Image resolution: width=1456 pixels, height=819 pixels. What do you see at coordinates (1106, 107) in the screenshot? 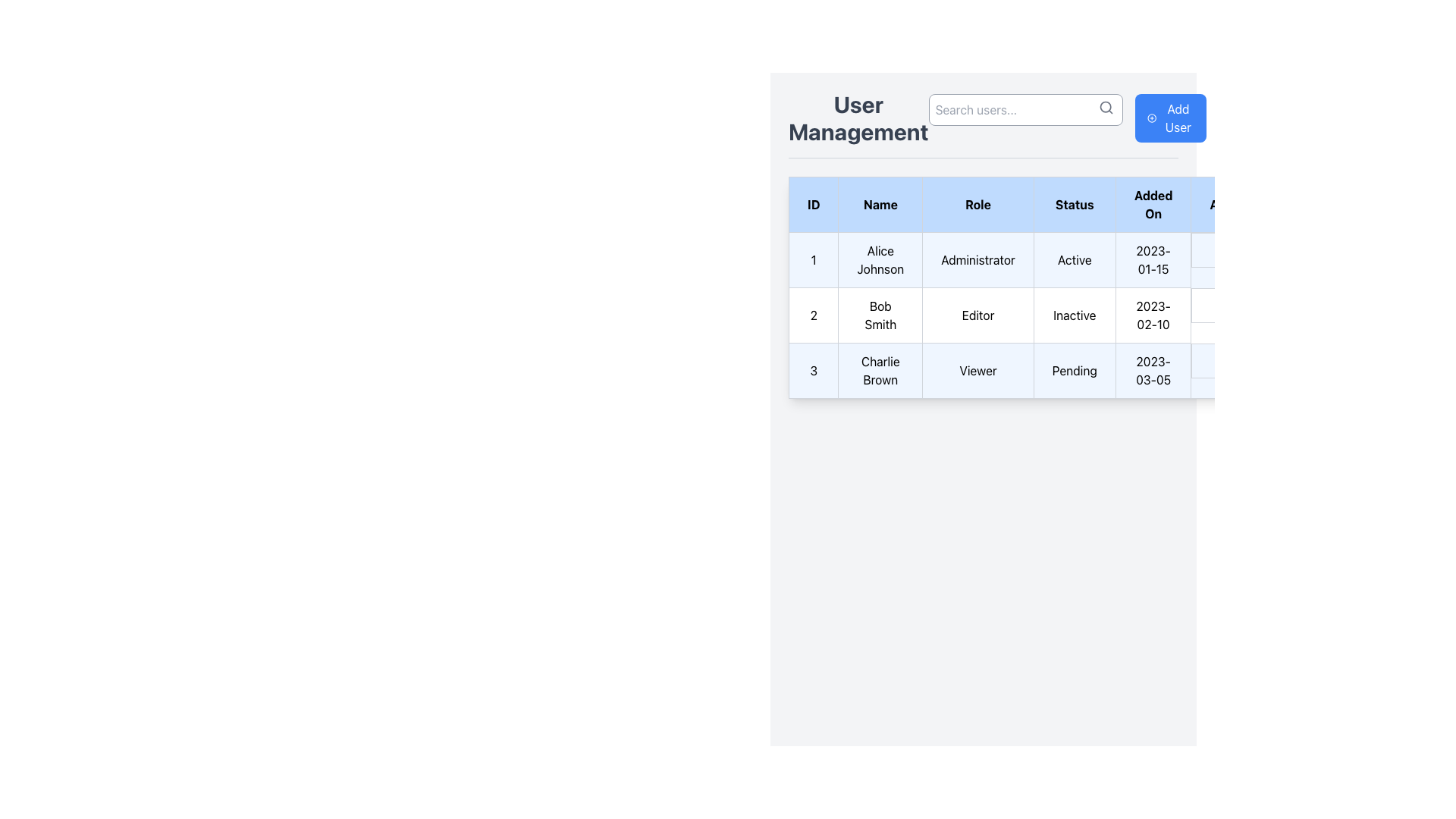
I see `the search icon located to the right of the 'Search users...' input box` at bounding box center [1106, 107].